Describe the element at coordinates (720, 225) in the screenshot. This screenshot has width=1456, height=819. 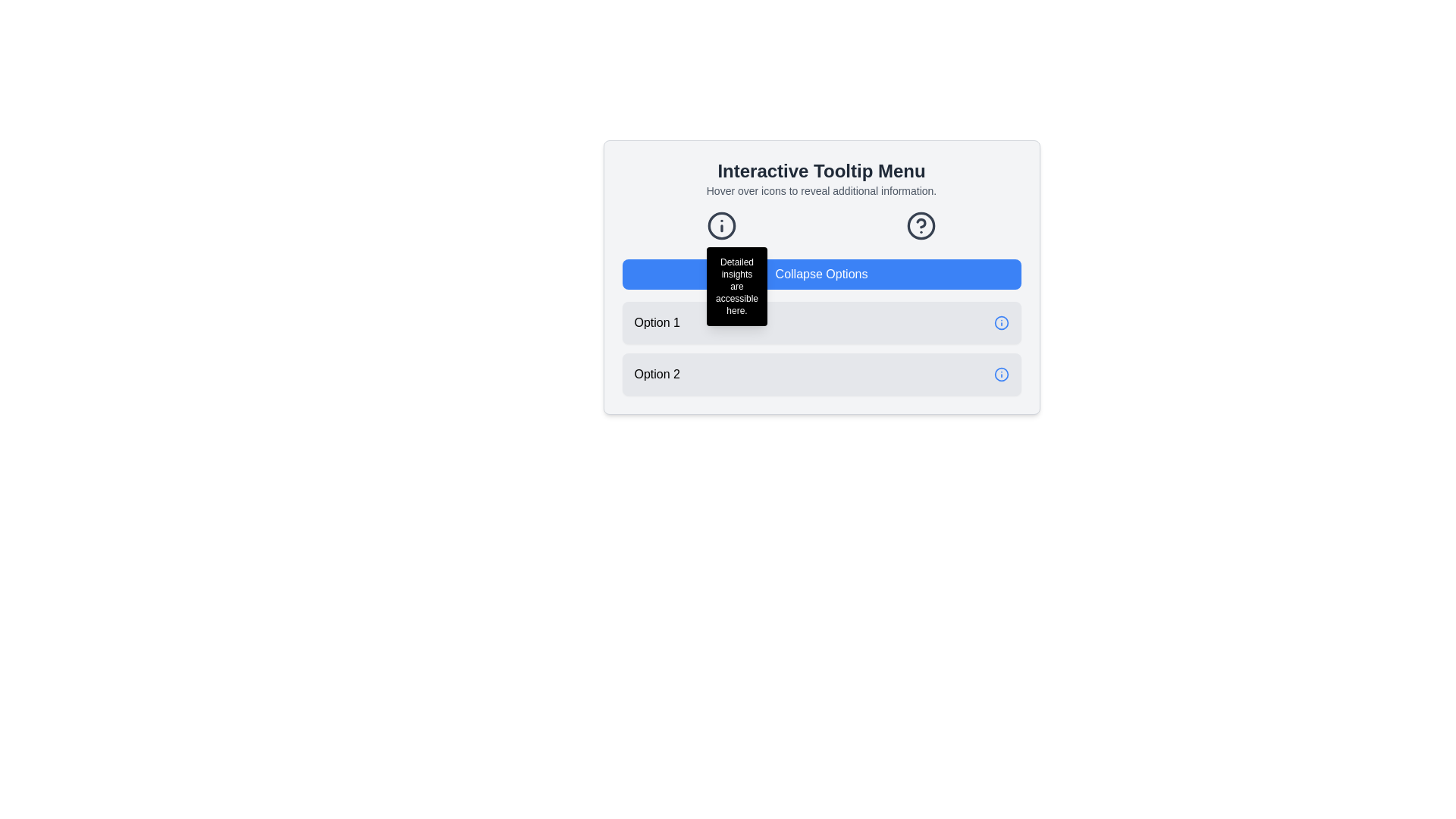
I see `the leftmost icon in the upper section of the interface` at that location.